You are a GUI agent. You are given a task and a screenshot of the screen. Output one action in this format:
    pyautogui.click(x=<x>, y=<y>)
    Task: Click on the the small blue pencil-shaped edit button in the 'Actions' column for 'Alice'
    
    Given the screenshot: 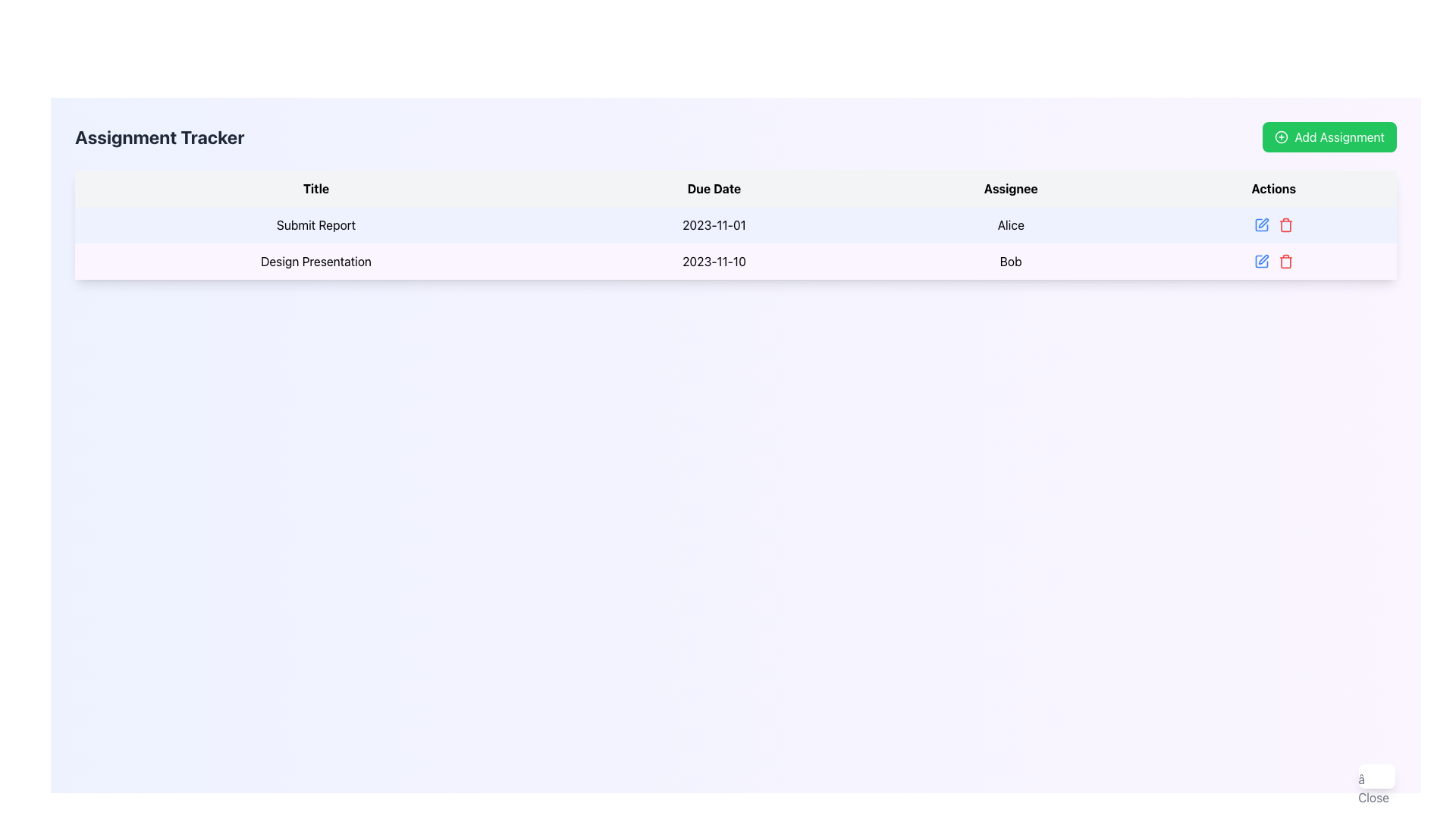 What is the action you would take?
    pyautogui.click(x=1261, y=225)
    